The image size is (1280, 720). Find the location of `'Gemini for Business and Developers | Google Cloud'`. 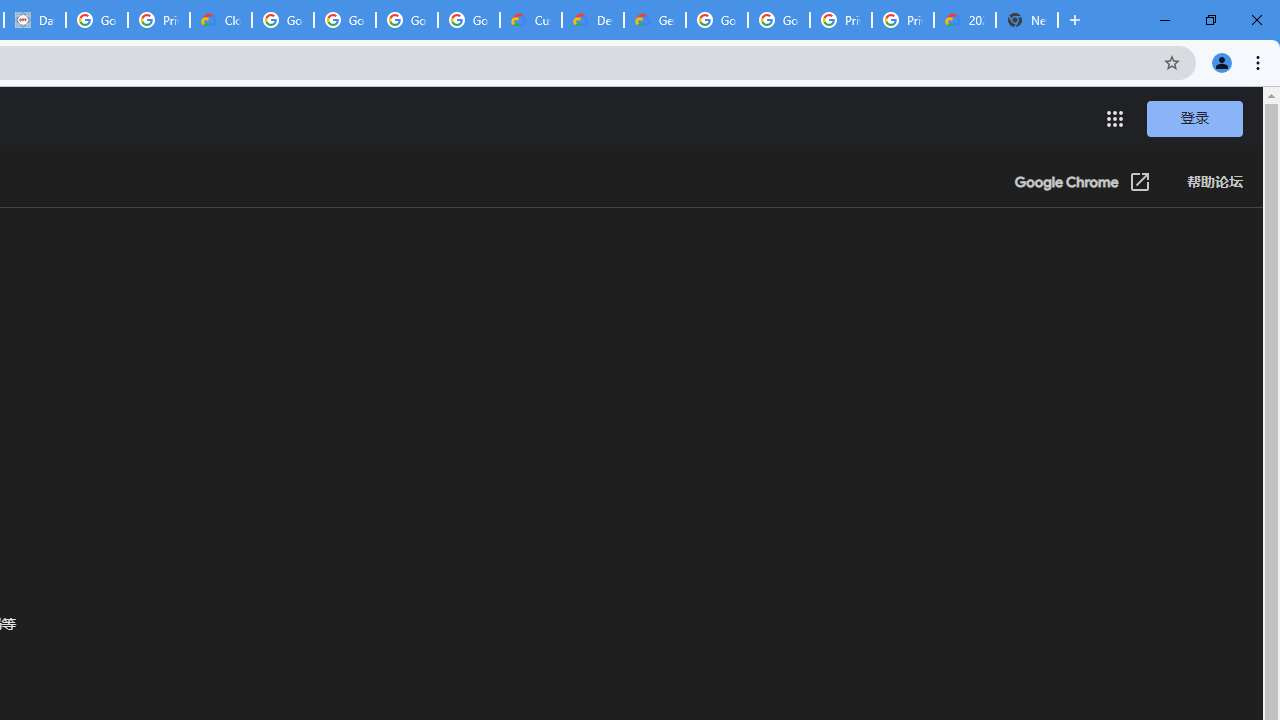

'Gemini for Business and Developers | Google Cloud' is located at coordinates (654, 20).